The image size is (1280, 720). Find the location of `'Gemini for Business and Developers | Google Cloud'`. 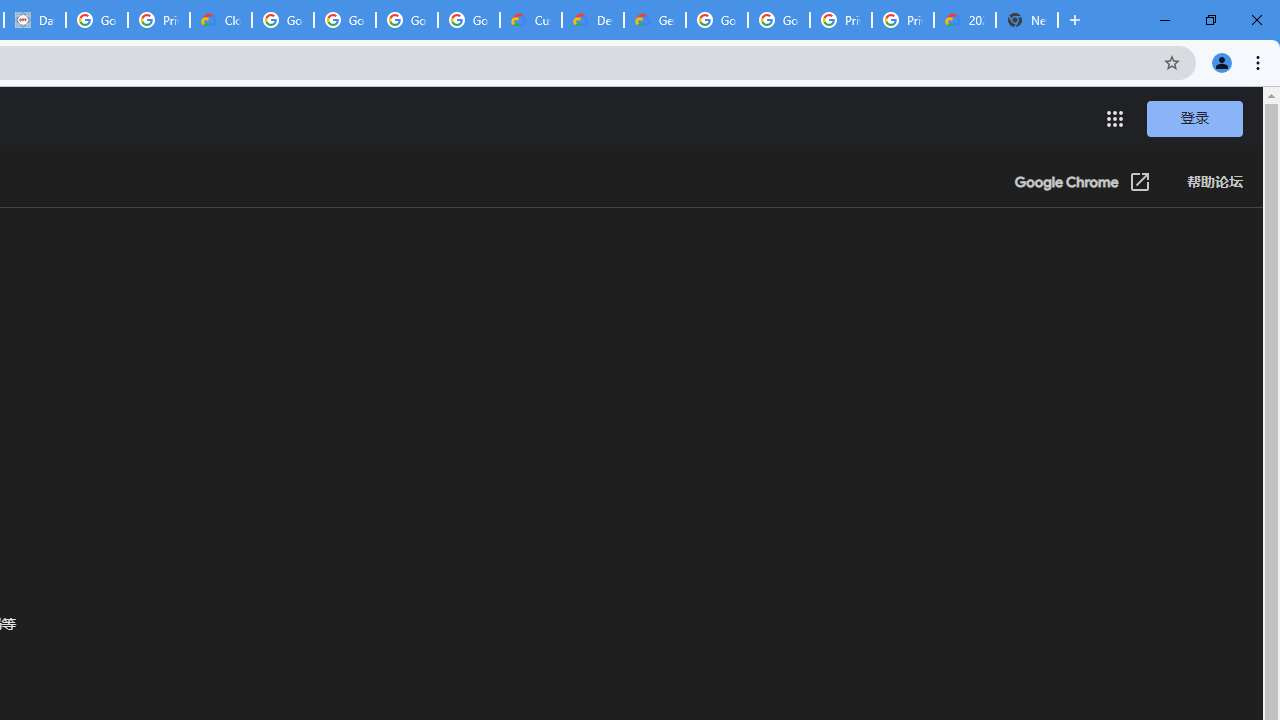

'Gemini for Business and Developers | Google Cloud' is located at coordinates (654, 20).